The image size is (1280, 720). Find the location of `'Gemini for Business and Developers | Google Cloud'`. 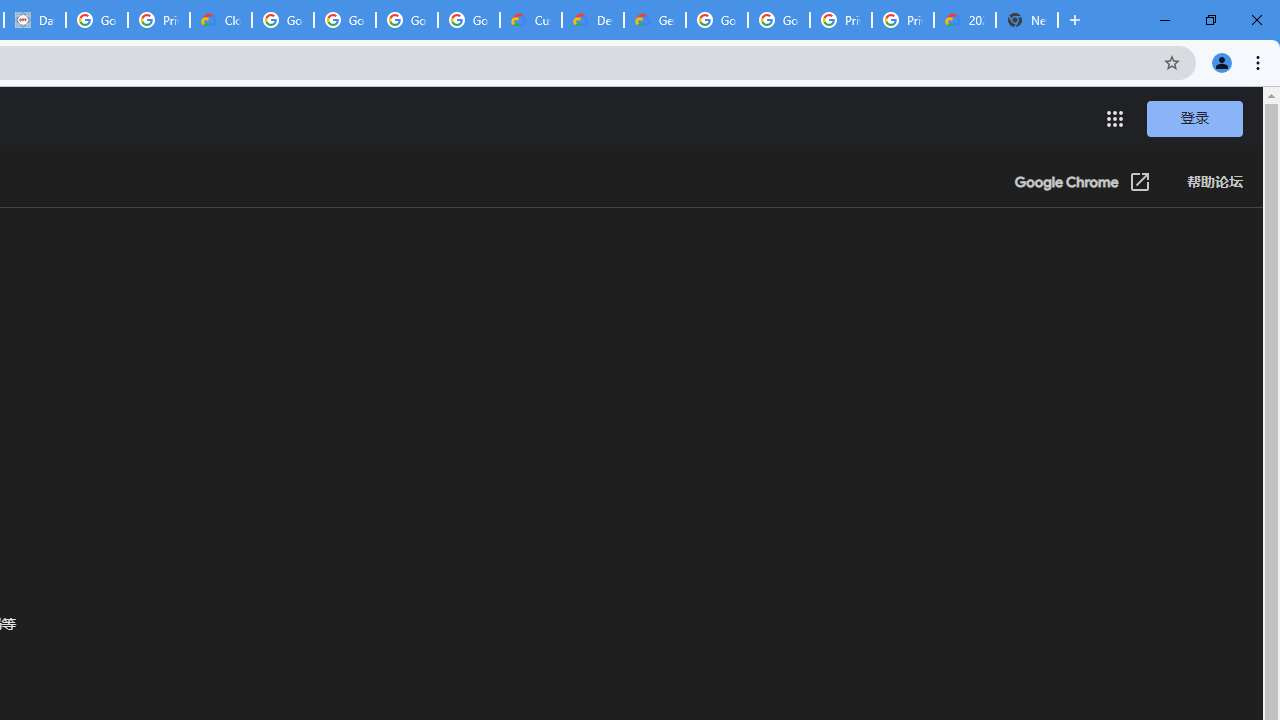

'Gemini for Business and Developers | Google Cloud' is located at coordinates (654, 20).